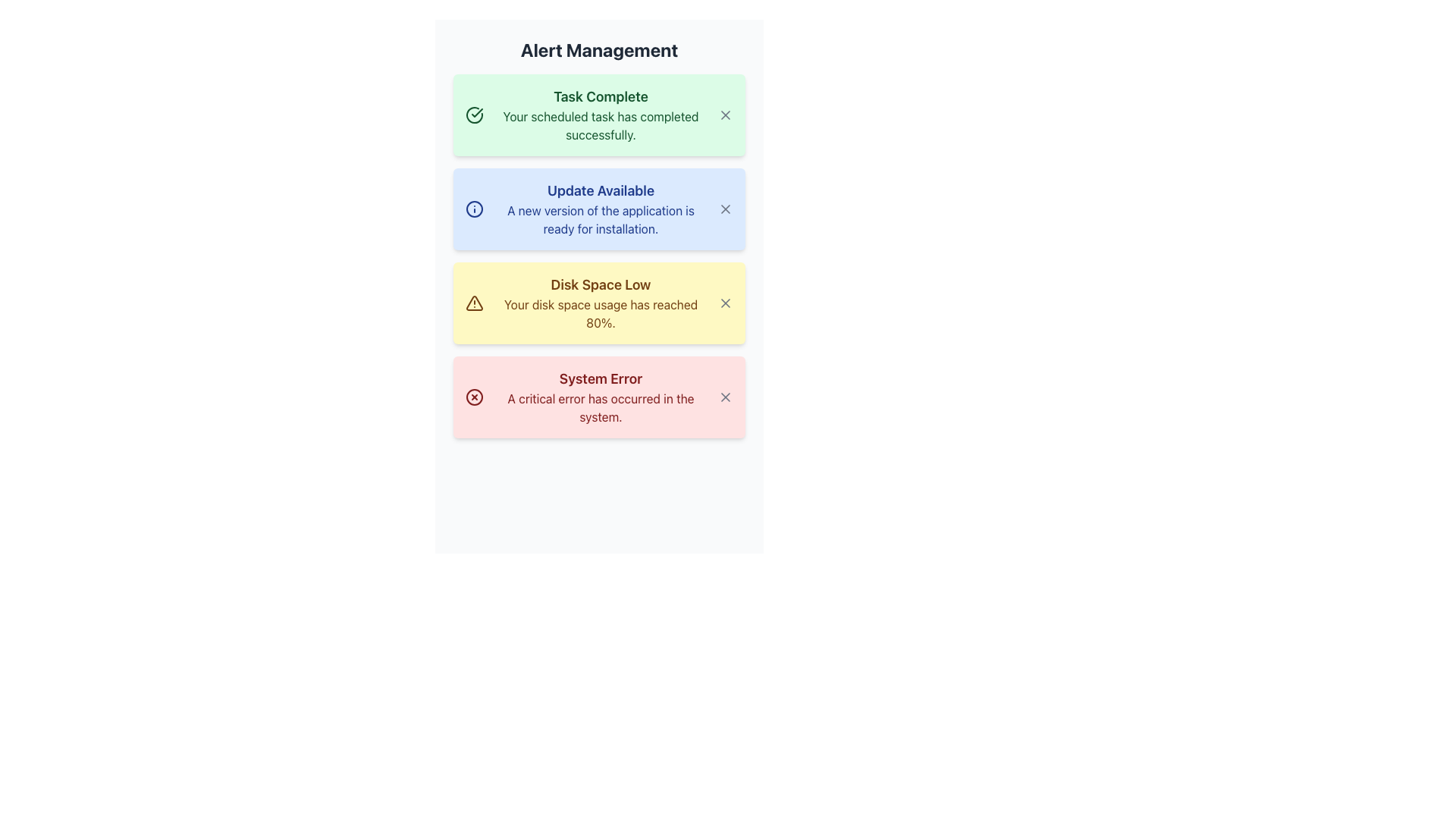 The height and width of the screenshot is (819, 1456). Describe the element at coordinates (598, 397) in the screenshot. I see `the 'System Error' notification card, which is the last card in the notification area, located below the 'Disk Space Low' notification` at that location.